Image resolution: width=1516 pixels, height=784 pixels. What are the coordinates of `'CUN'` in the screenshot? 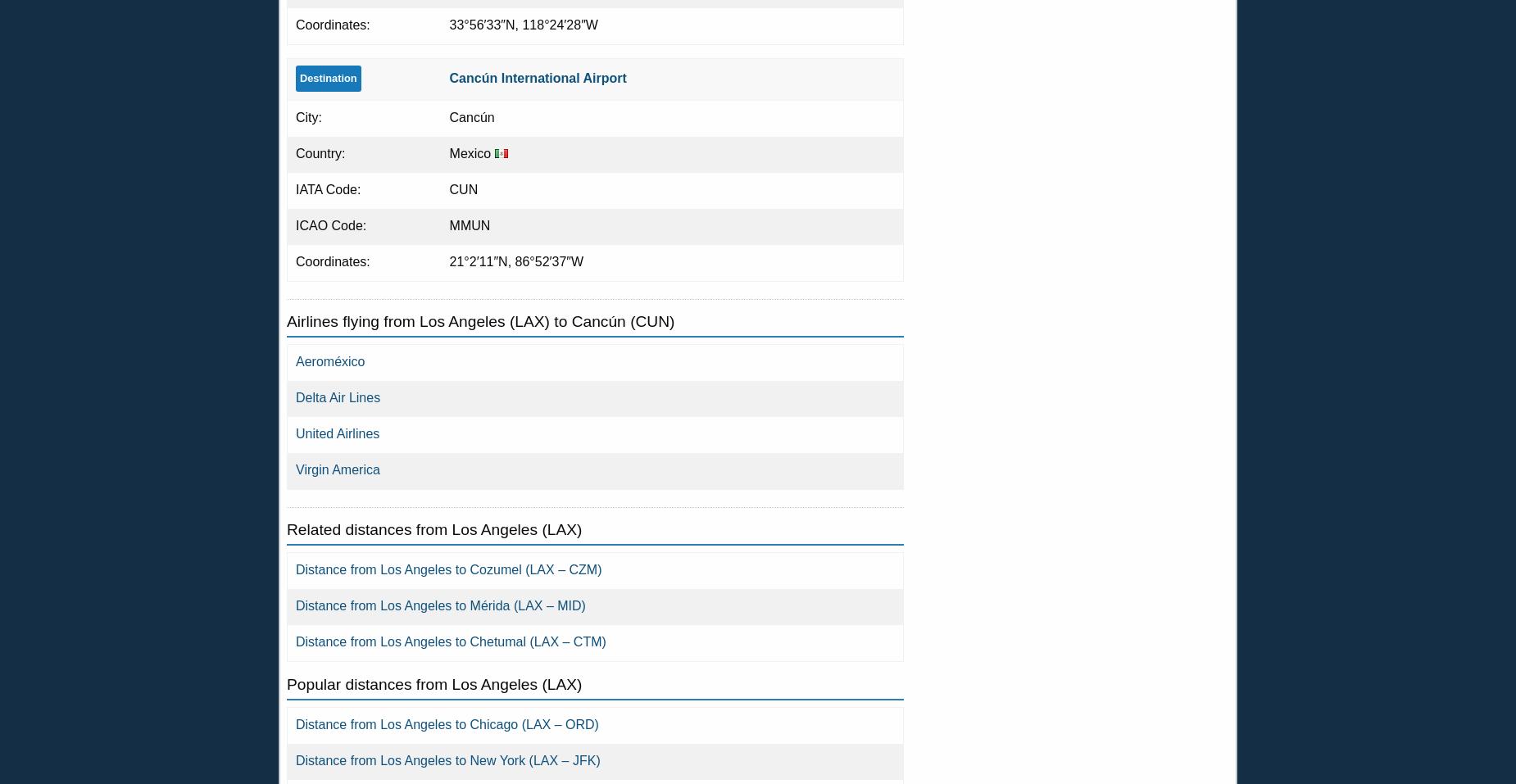 It's located at (448, 188).